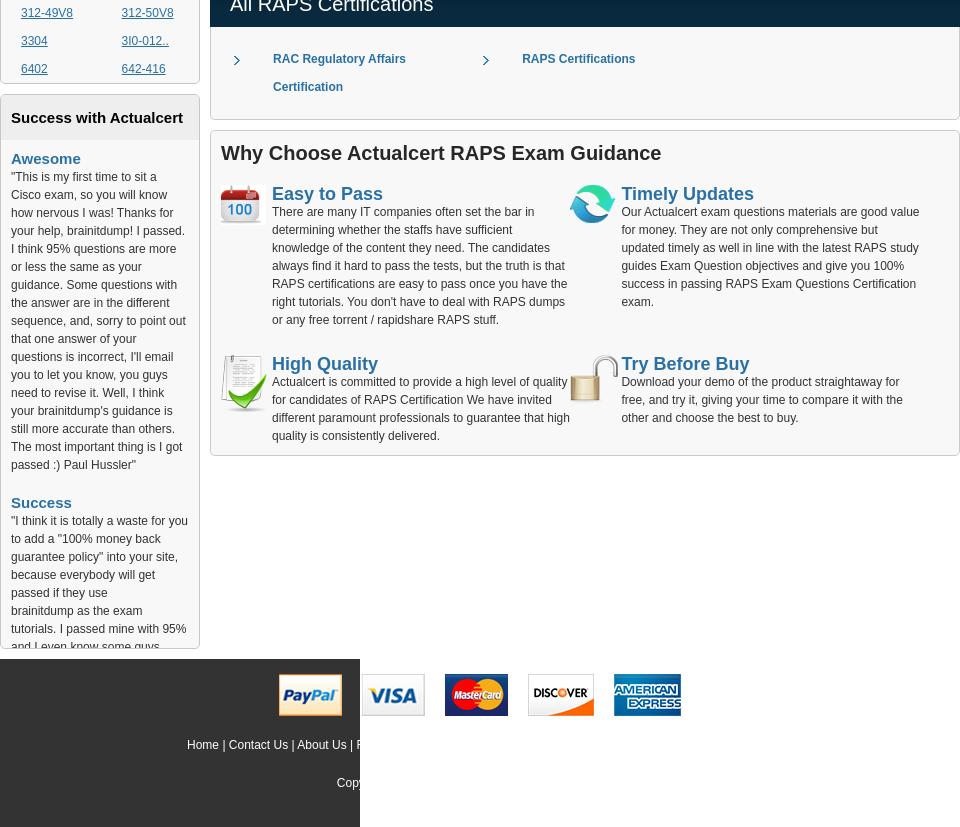  Describe the element at coordinates (684, 362) in the screenshot. I see `'Try Before Buy'` at that location.